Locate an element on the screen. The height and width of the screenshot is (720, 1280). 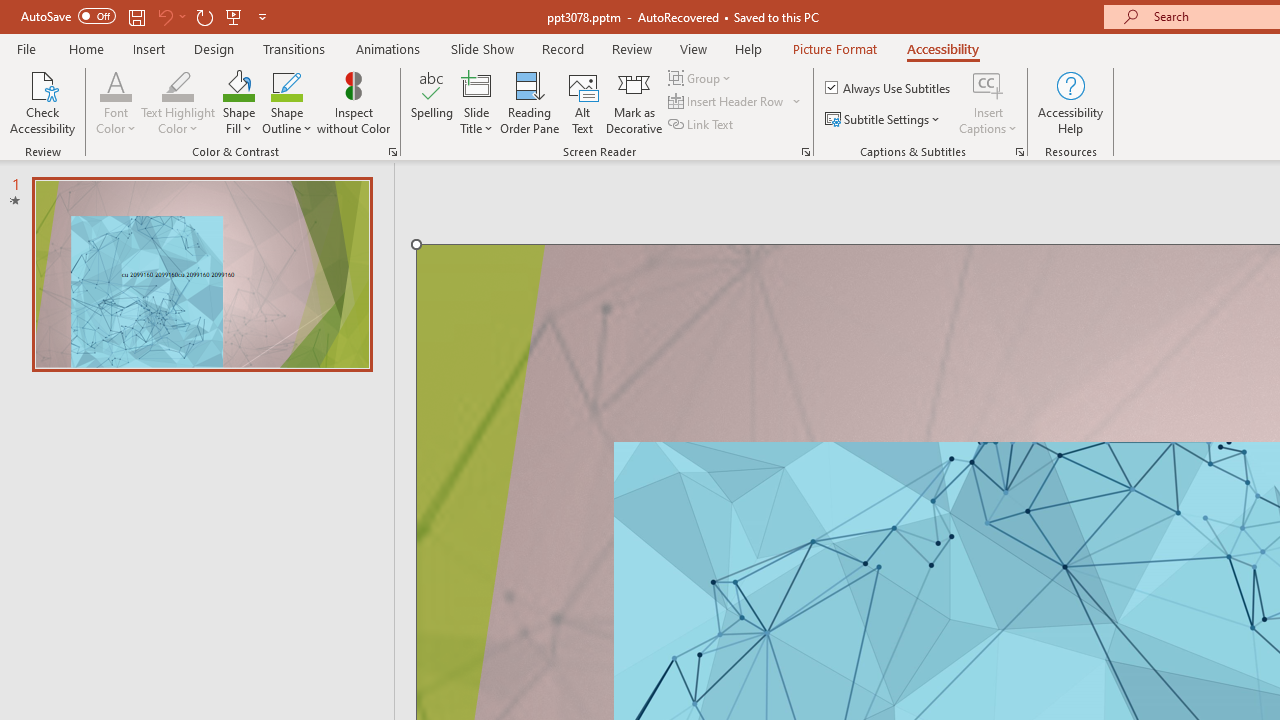
'Insert Captions' is located at coordinates (988, 103).